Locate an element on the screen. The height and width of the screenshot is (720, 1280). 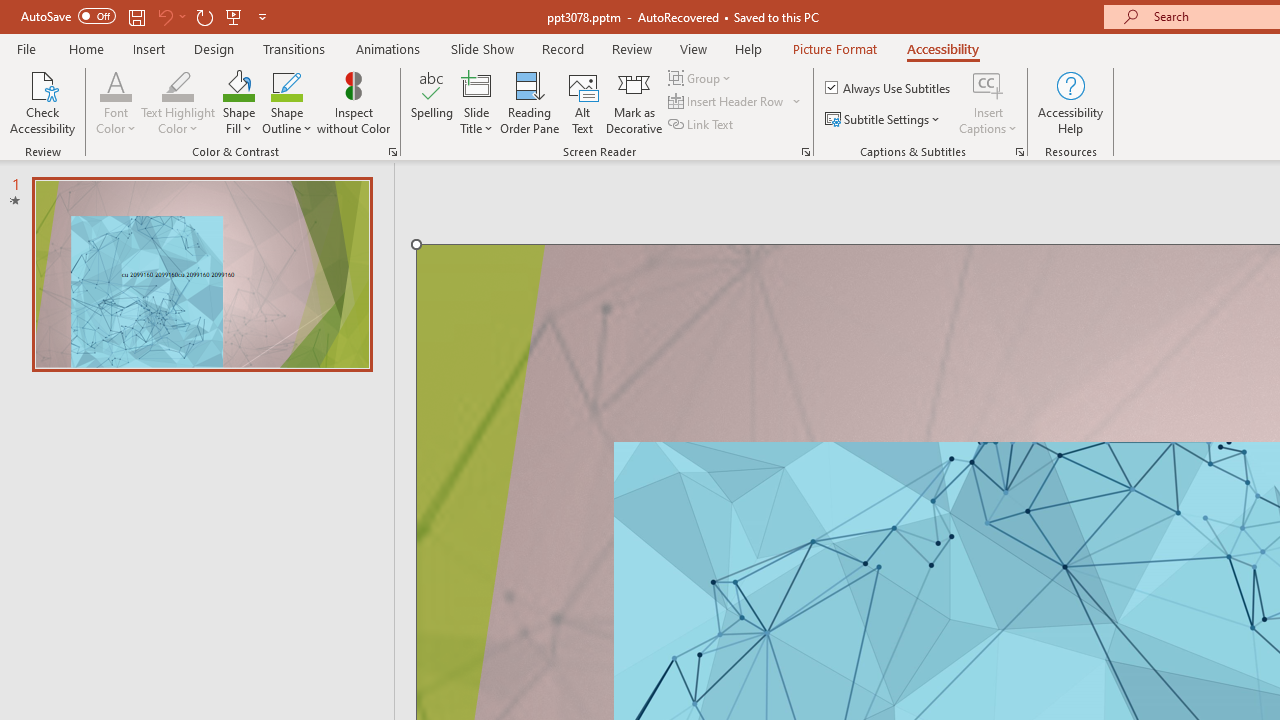
'Insert Captions' is located at coordinates (988, 103).